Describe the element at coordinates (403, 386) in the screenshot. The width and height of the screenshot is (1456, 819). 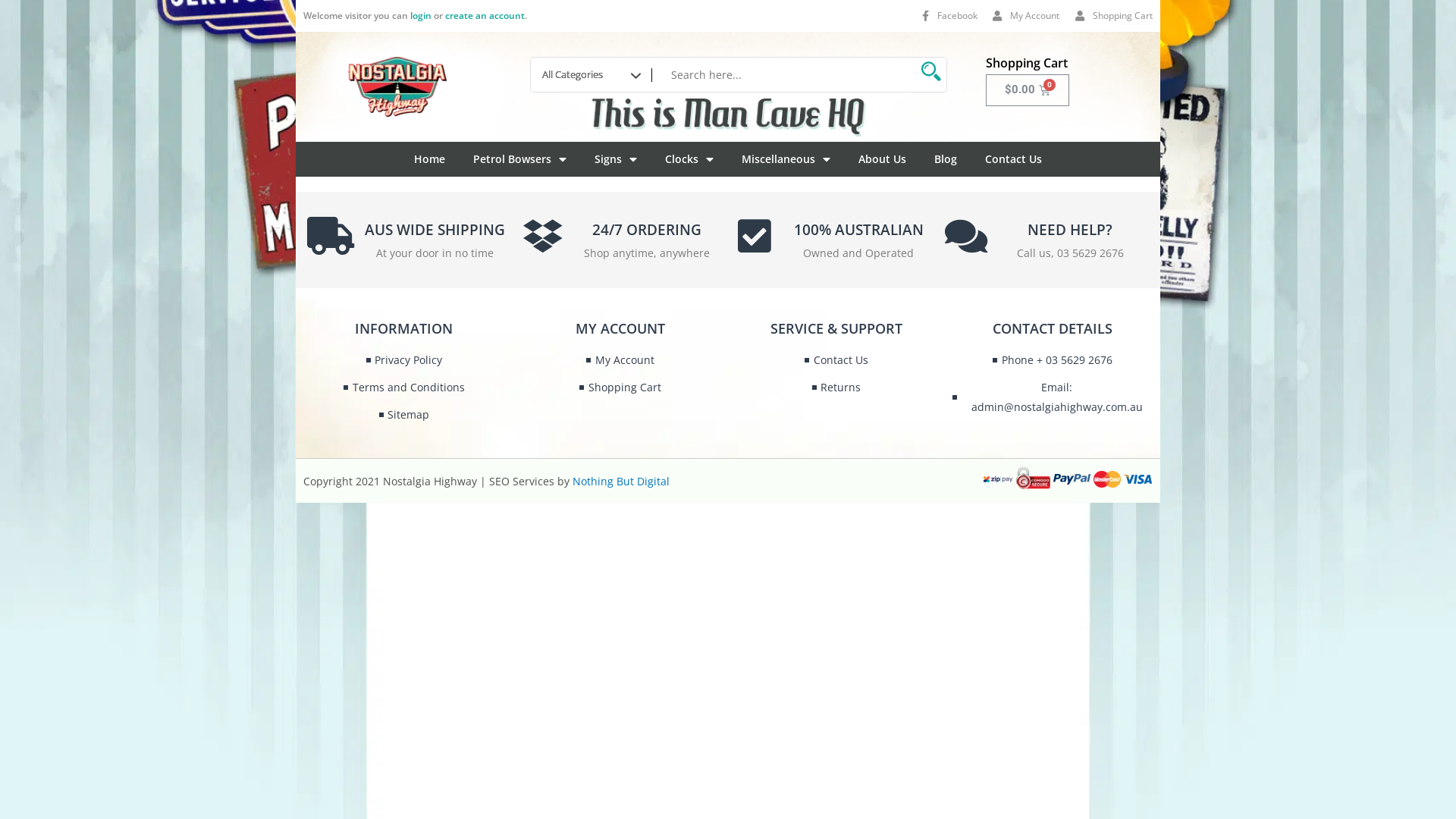
I see `'Terms and Conditions'` at that location.